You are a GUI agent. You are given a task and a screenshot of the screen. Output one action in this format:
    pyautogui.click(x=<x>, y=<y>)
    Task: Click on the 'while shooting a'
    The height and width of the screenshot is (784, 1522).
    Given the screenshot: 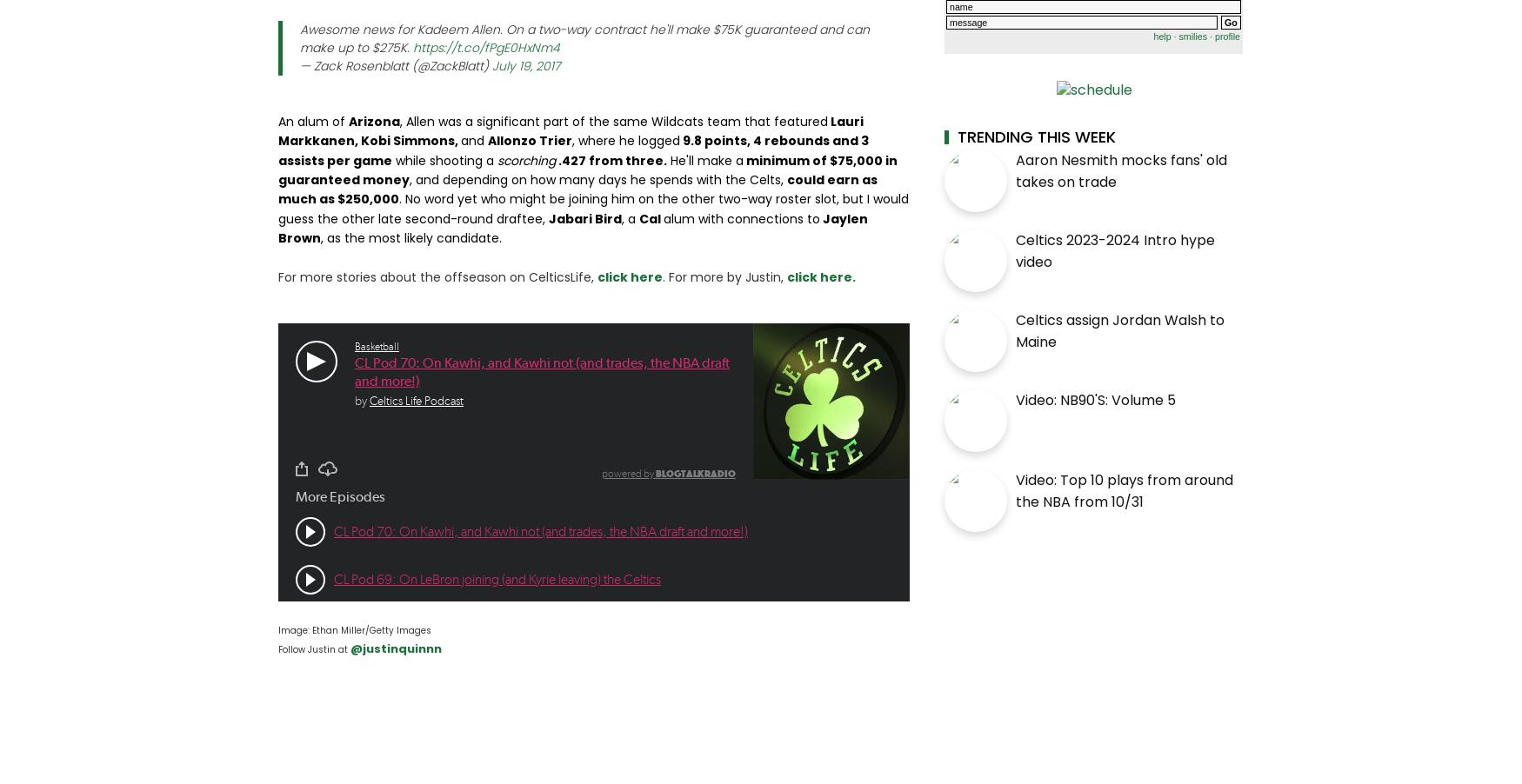 What is the action you would take?
    pyautogui.click(x=391, y=159)
    